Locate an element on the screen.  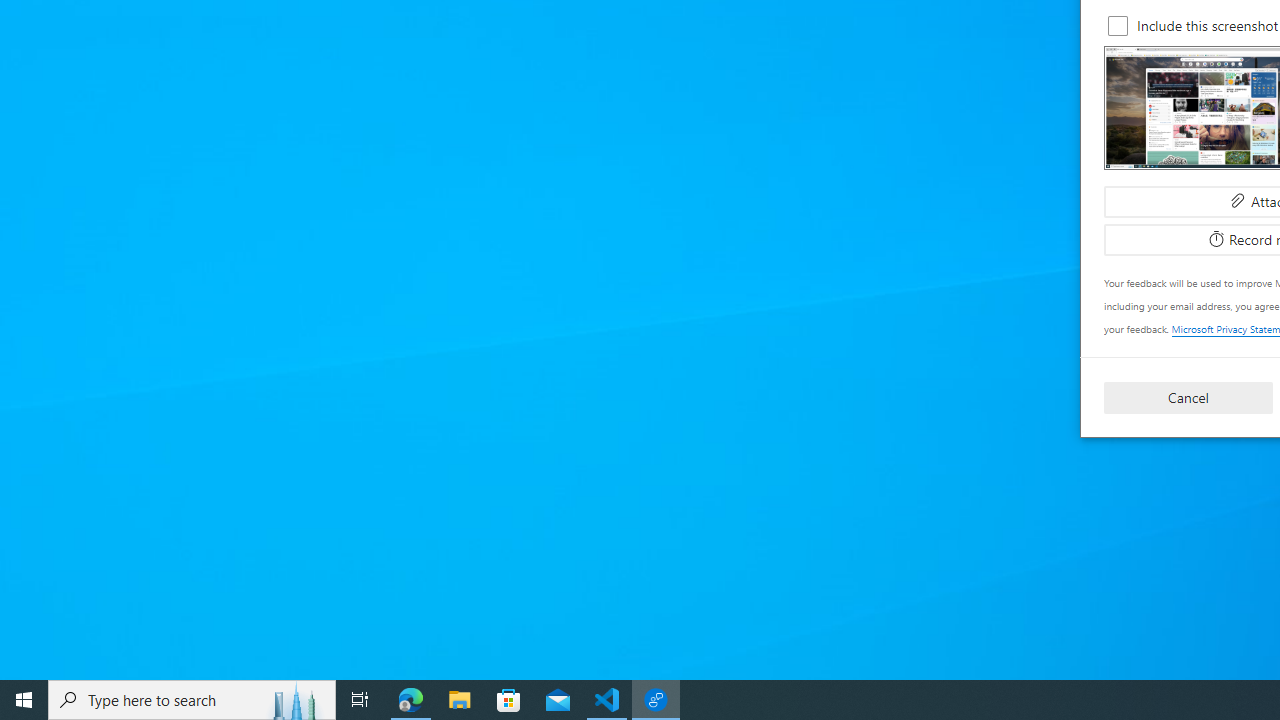
'Start' is located at coordinates (24, 698).